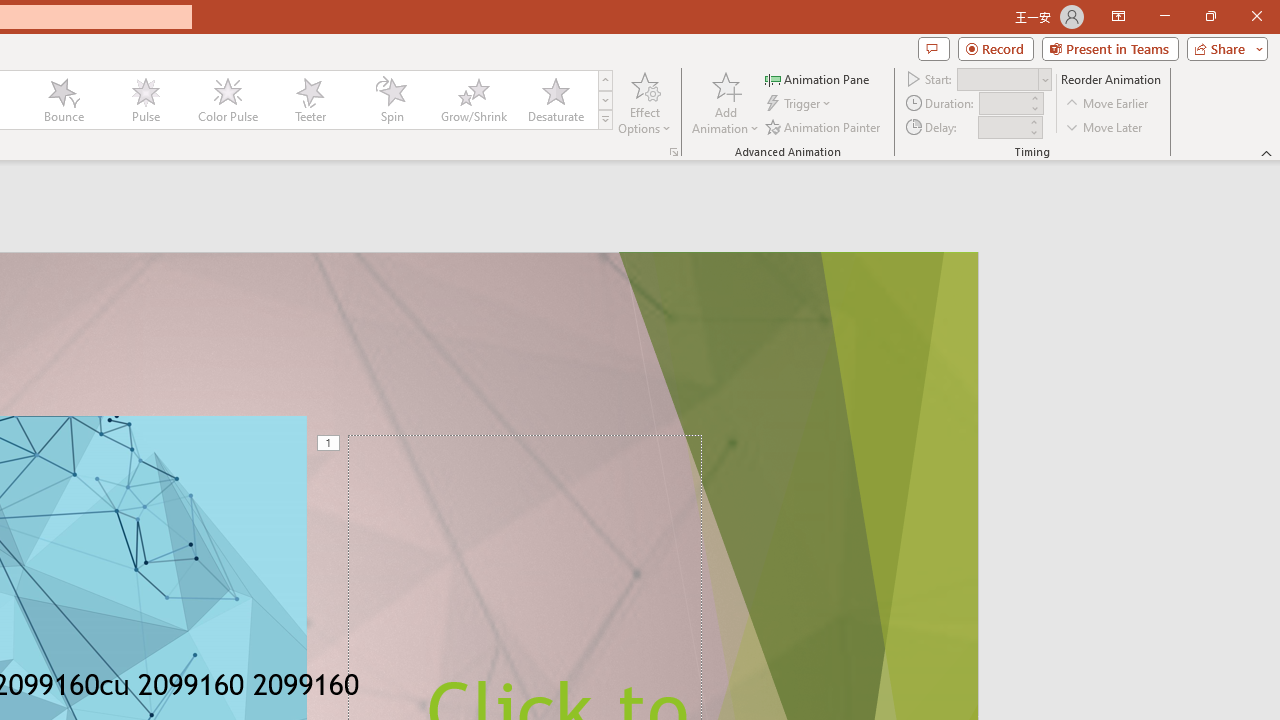 This screenshot has width=1280, height=720. What do you see at coordinates (645, 103) in the screenshot?
I see `'Effect Options'` at bounding box center [645, 103].